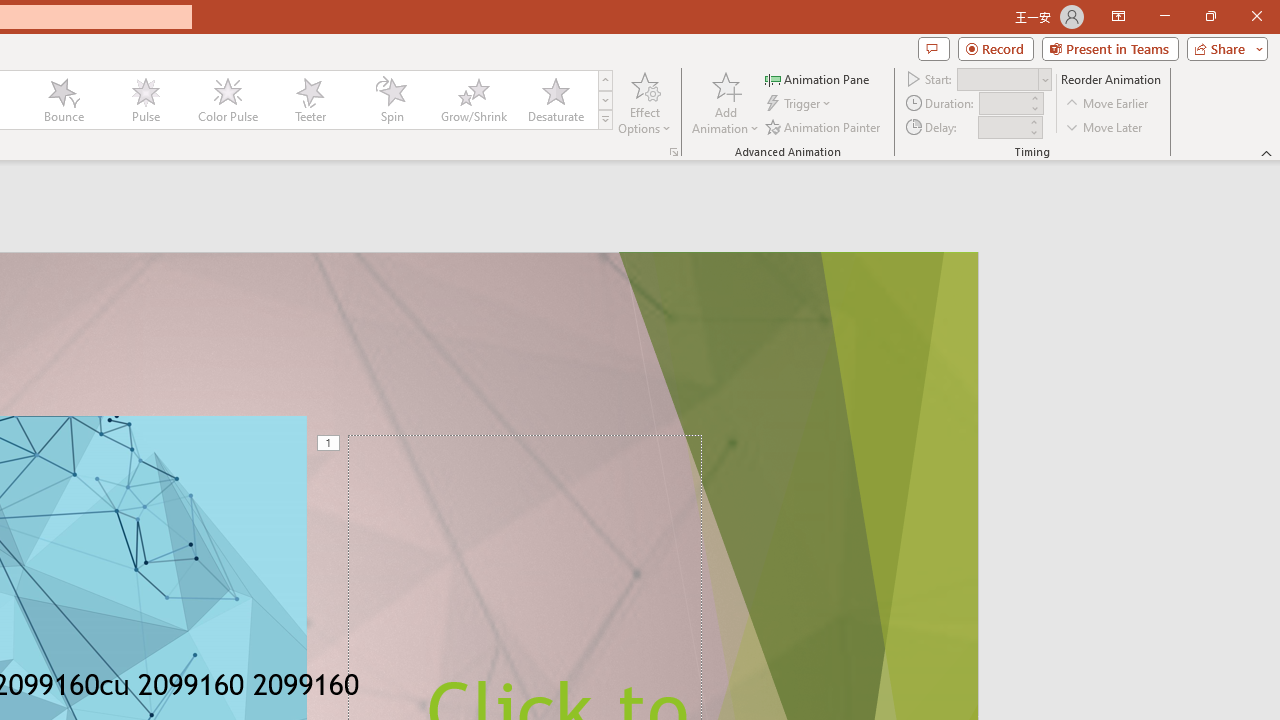 This screenshot has width=1280, height=720. What do you see at coordinates (645, 103) in the screenshot?
I see `'Effect Options'` at bounding box center [645, 103].